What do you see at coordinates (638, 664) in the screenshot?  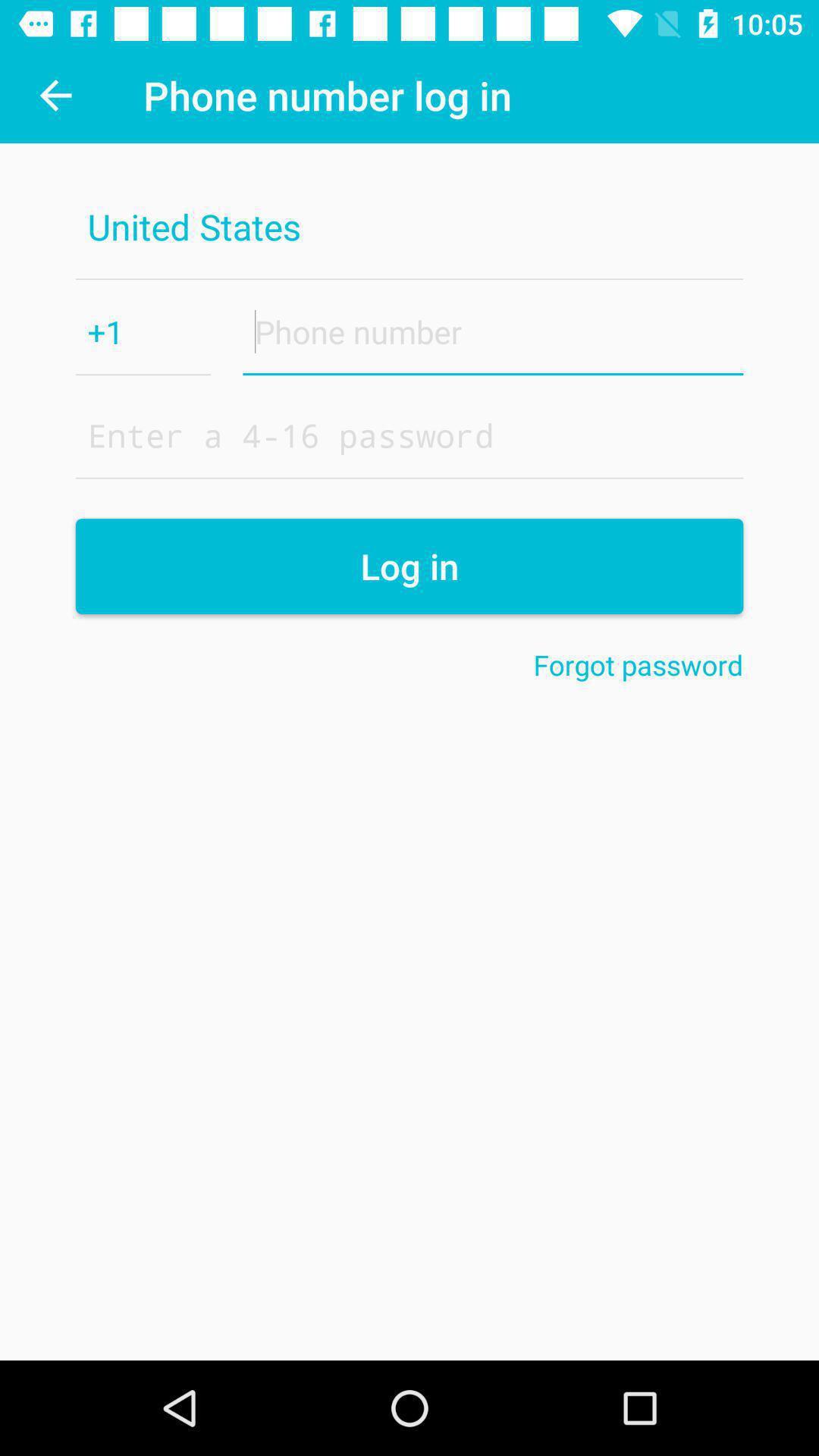 I see `the forgot password item` at bounding box center [638, 664].